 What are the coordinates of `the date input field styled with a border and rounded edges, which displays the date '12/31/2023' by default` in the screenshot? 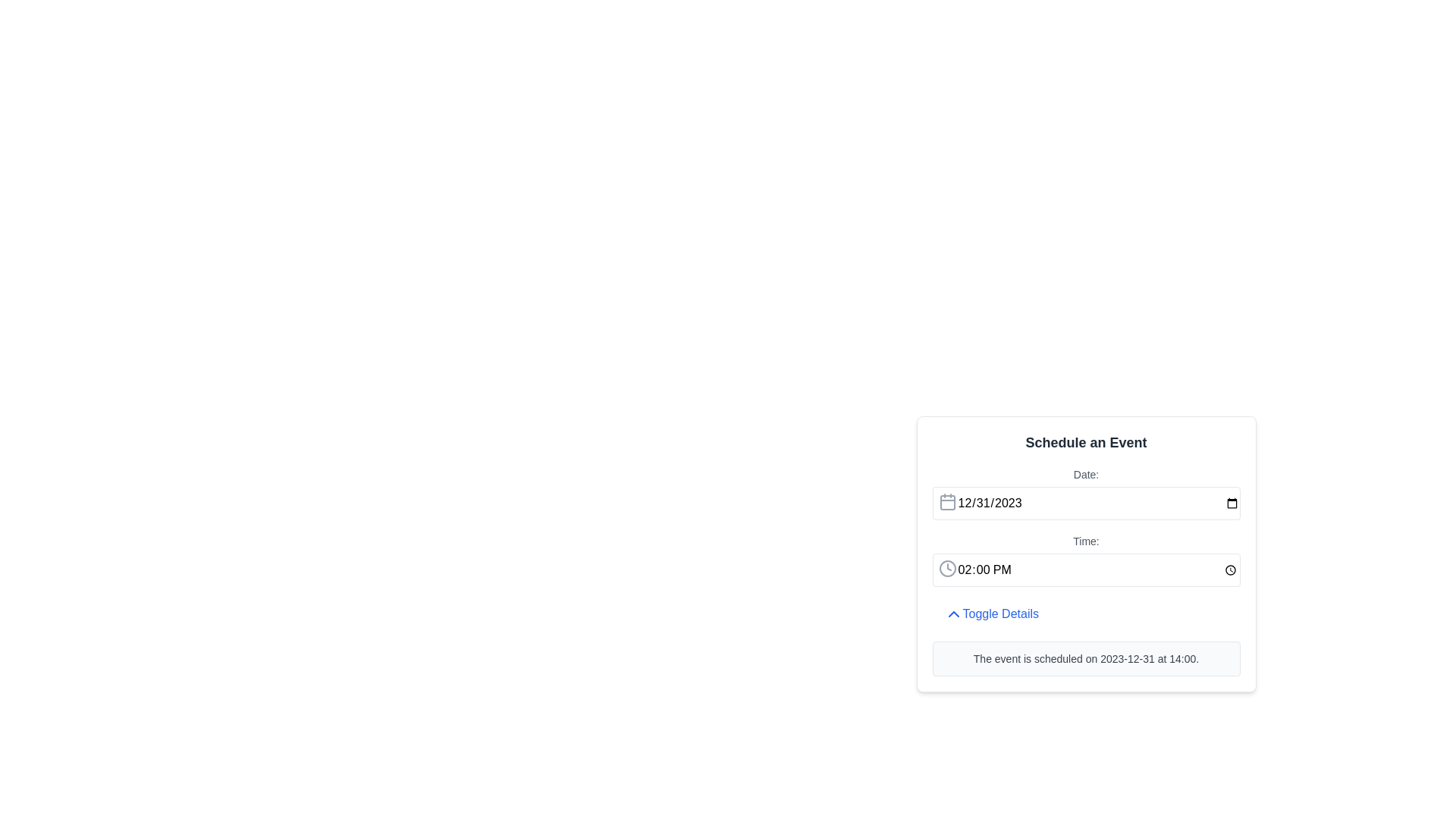 It's located at (1085, 503).